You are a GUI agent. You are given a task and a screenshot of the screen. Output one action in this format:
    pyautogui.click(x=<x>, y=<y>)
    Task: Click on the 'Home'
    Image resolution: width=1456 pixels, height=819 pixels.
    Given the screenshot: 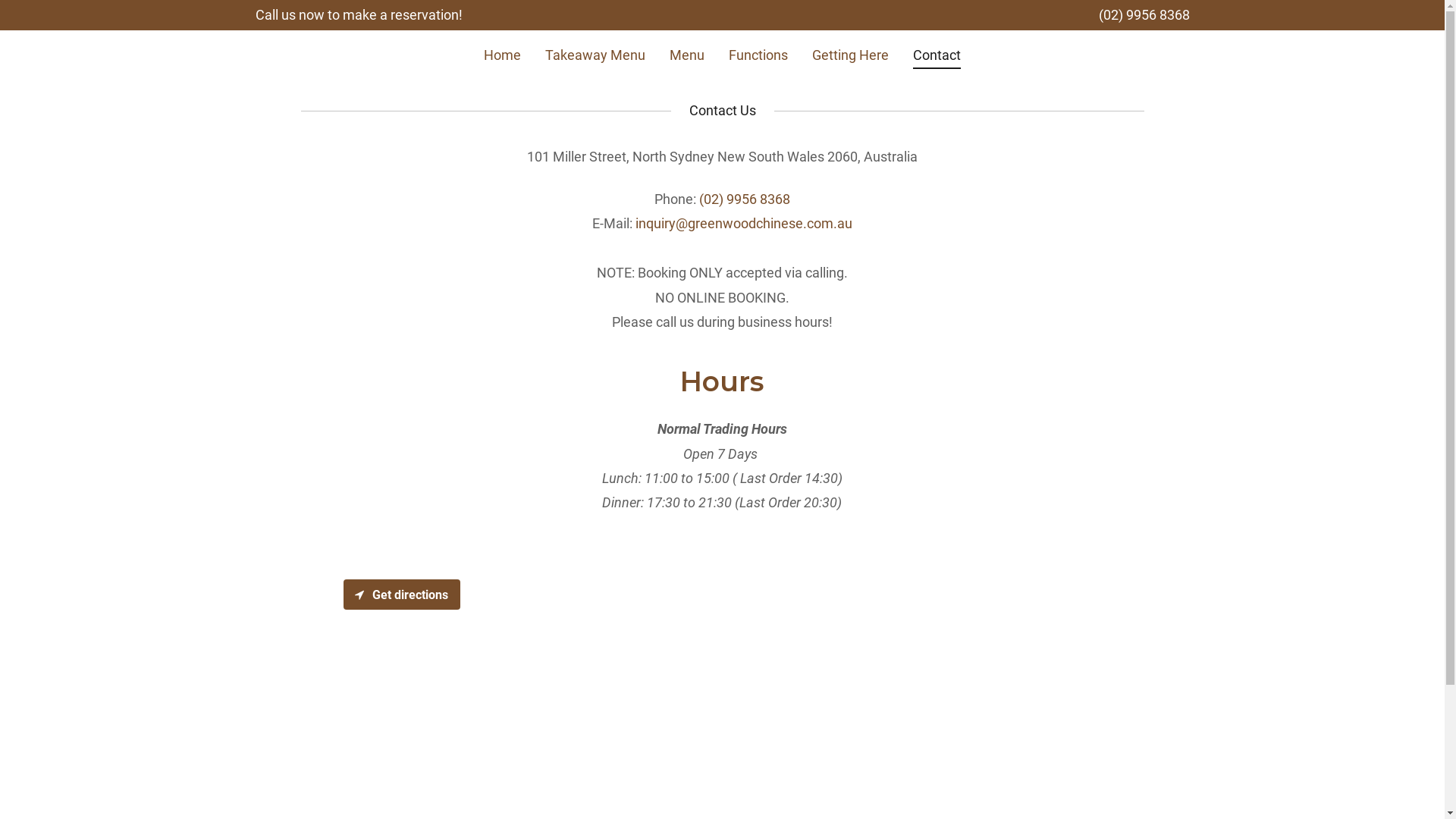 What is the action you would take?
    pyautogui.click(x=502, y=54)
    